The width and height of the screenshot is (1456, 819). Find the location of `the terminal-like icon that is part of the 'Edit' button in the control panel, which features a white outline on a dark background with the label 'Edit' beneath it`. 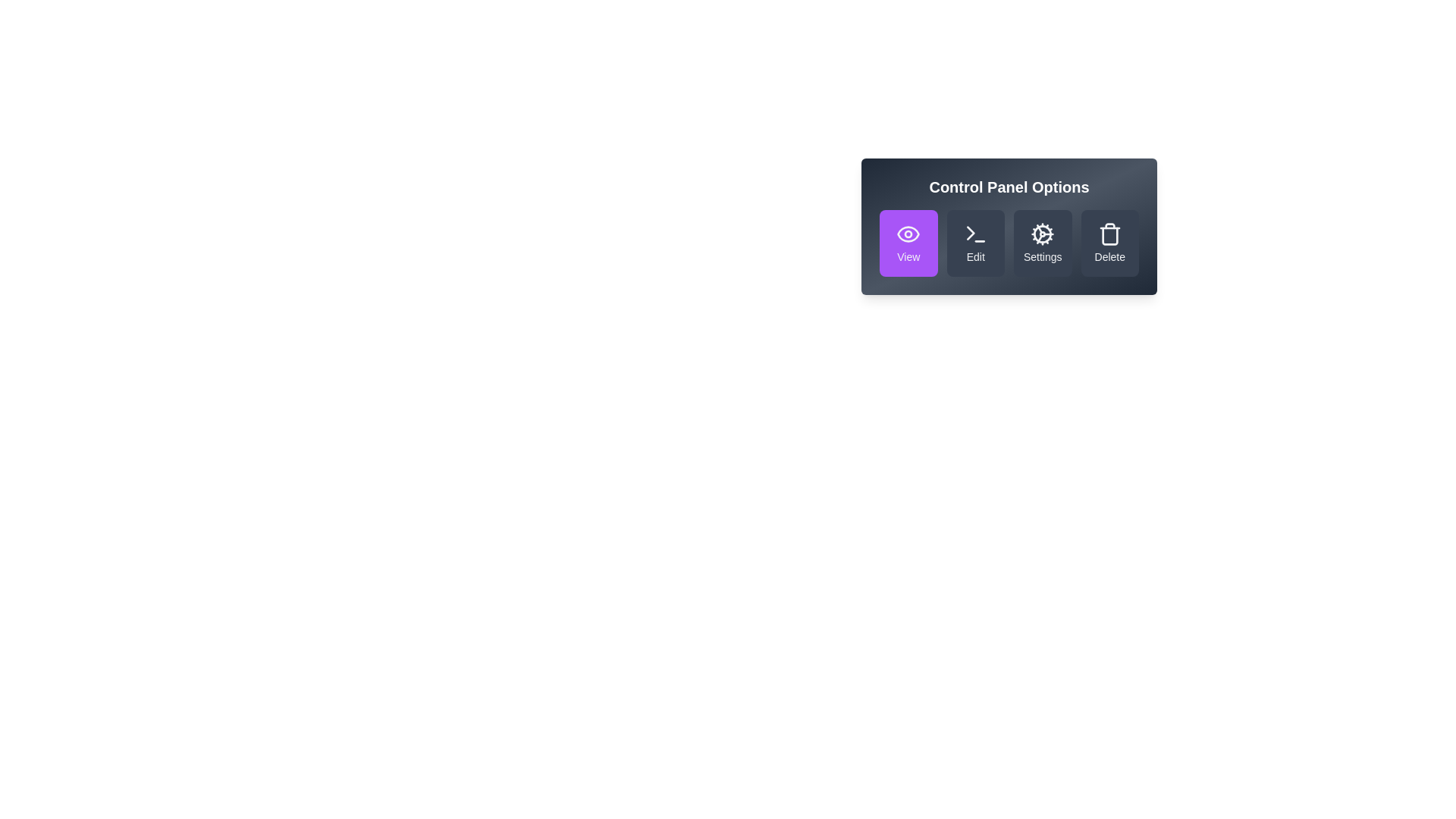

the terminal-like icon that is part of the 'Edit' button in the control panel, which features a white outline on a dark background with the label 'Edit' beneath it is located at coordinates (975, 234).